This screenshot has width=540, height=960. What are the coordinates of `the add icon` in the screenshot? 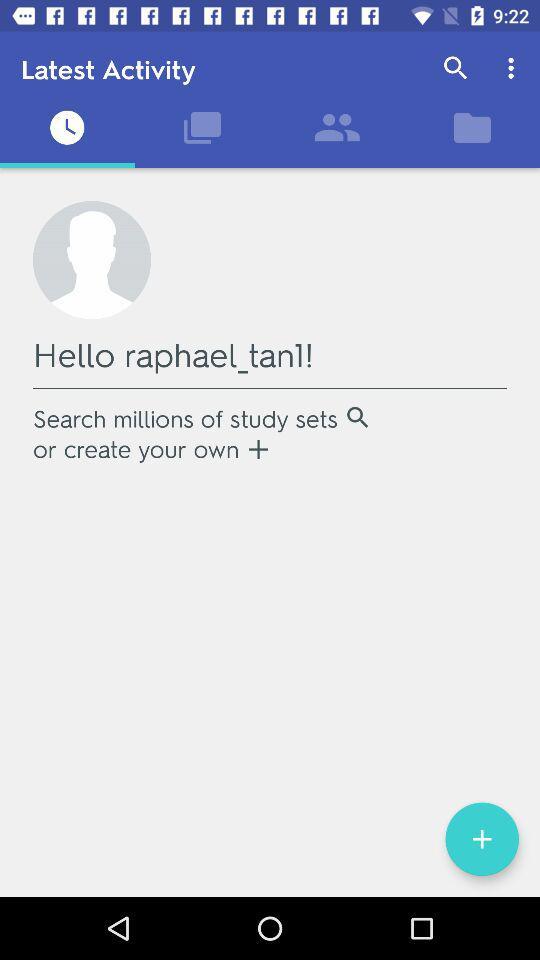 It's located at (481, 839).